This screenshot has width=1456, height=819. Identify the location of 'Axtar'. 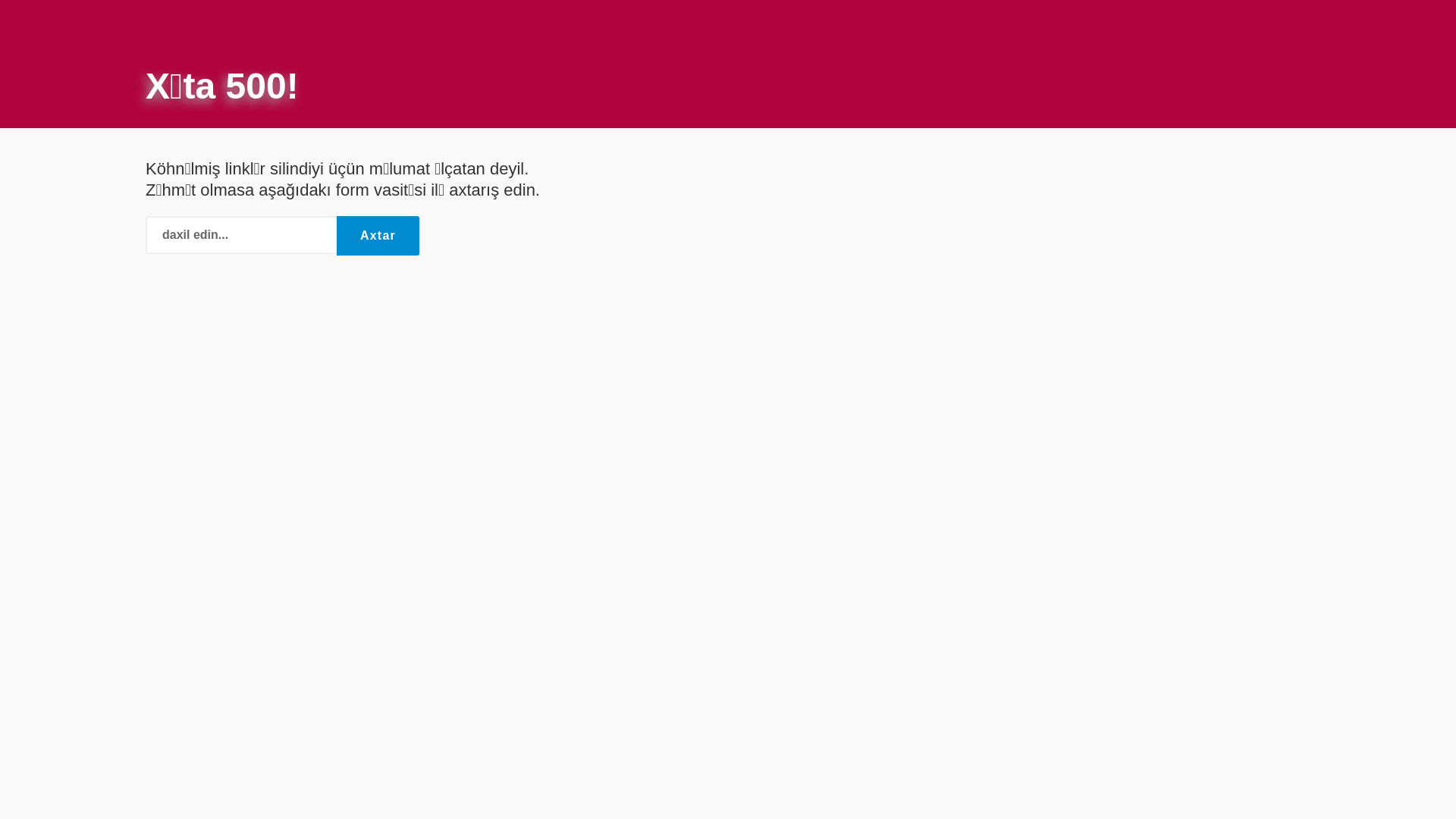
(378, 236).